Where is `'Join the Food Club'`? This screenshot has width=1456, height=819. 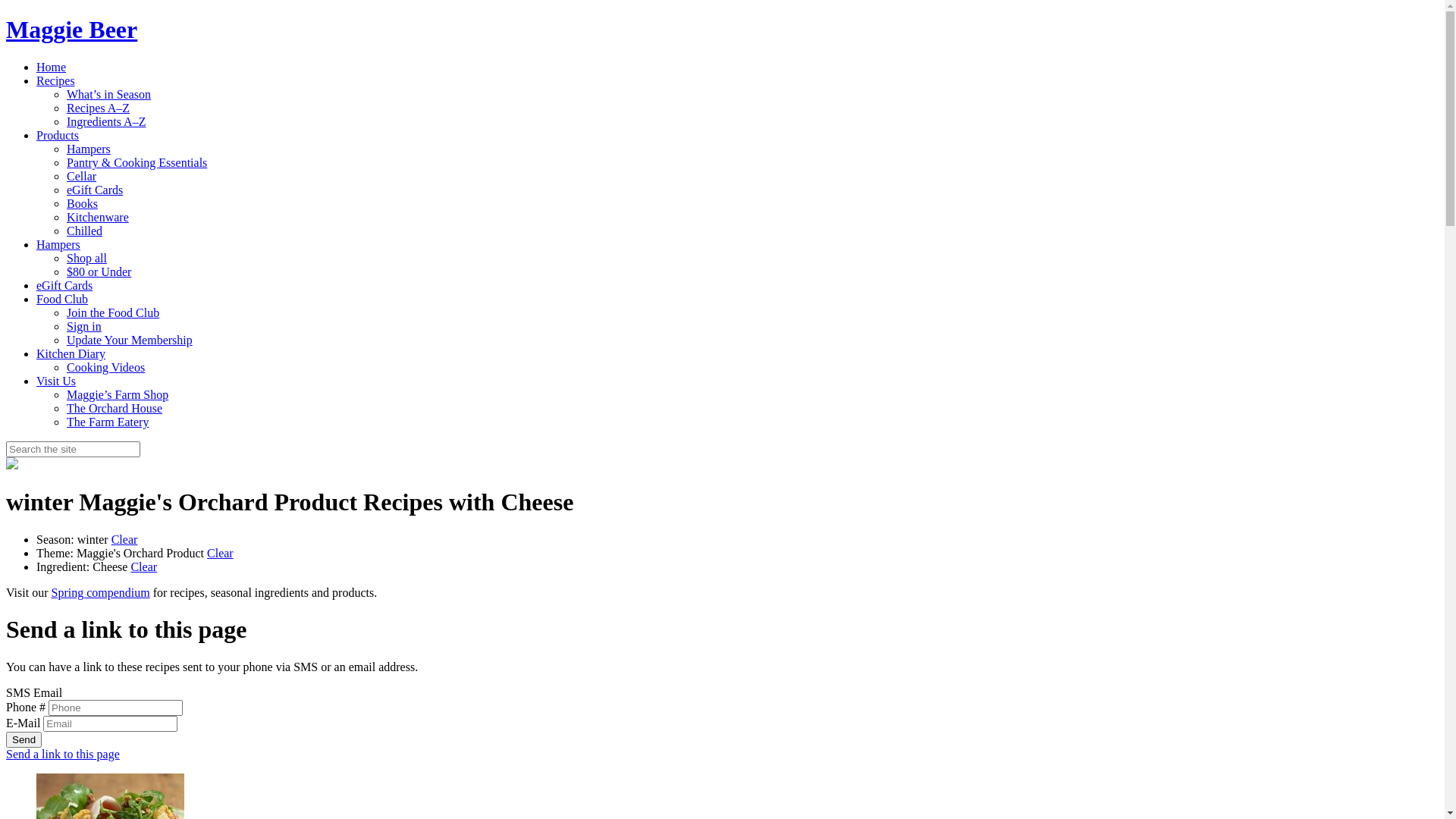 'Join the Food Club' is located at coordinates (111, 312).